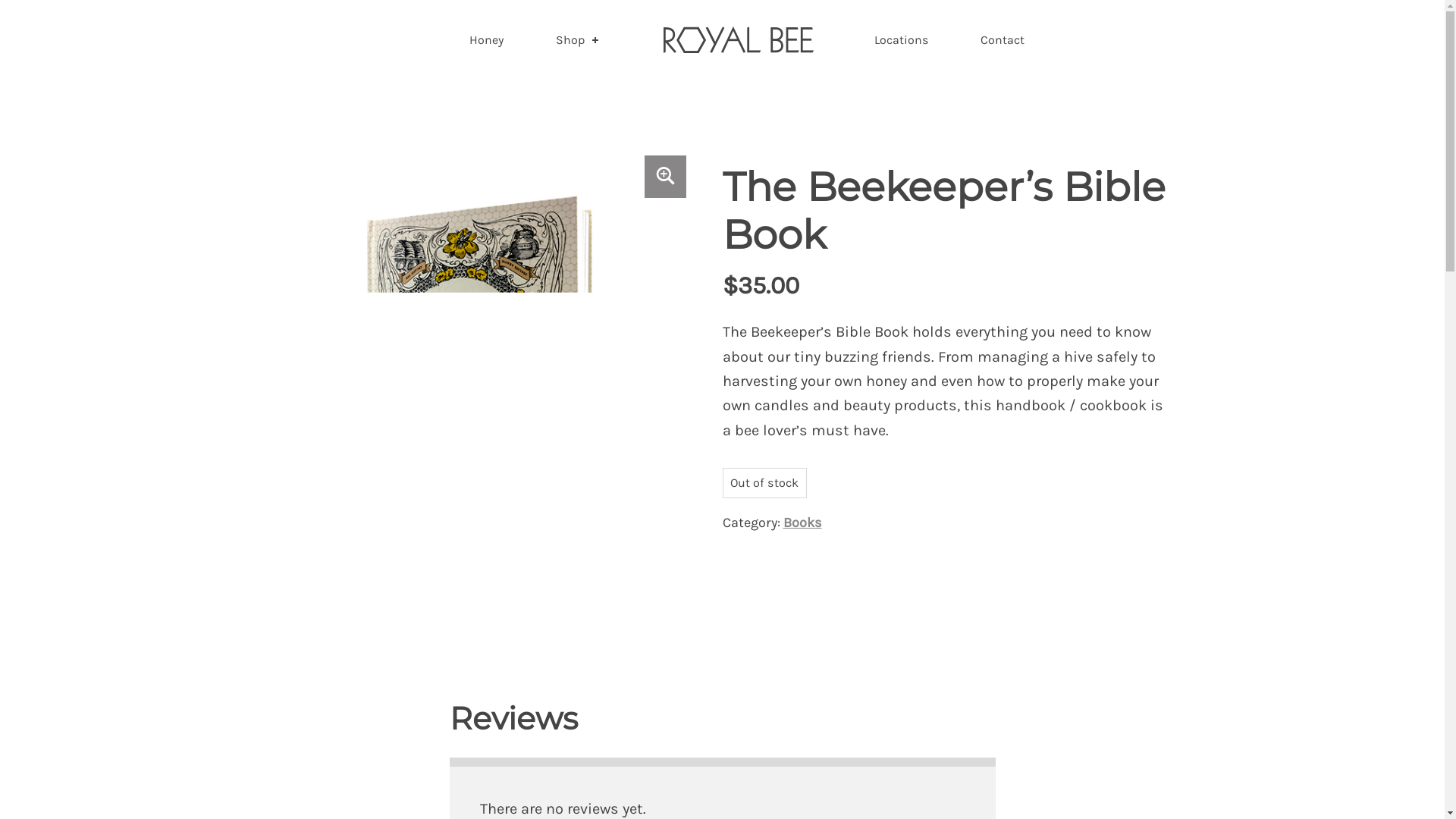  Describe the element at coordinates (577, 38) in the screenshot. I see `'Shop'` at that location.